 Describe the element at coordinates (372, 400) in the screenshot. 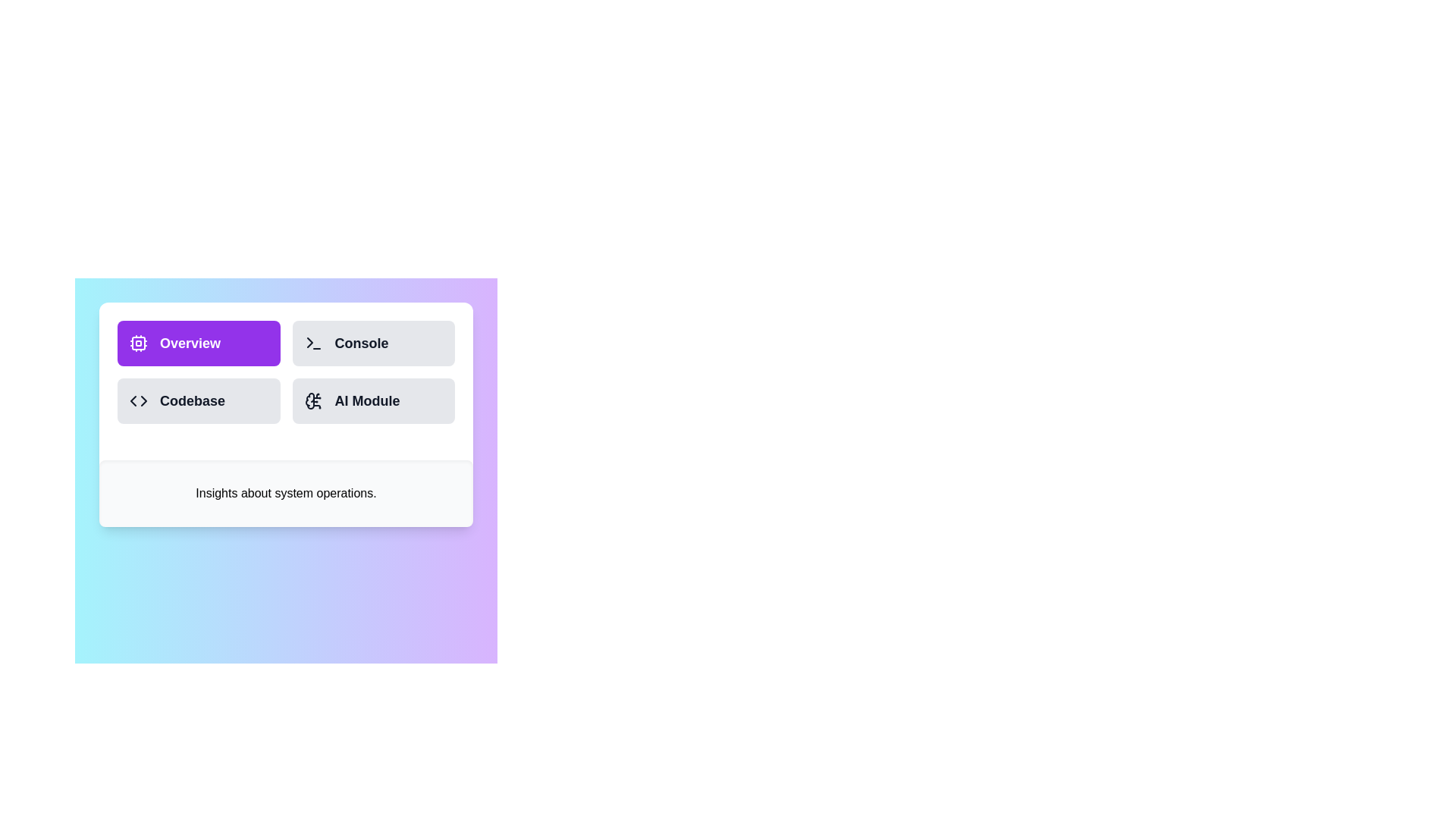

I see `the AI Module button to switch to the corresponding tab` at that location.